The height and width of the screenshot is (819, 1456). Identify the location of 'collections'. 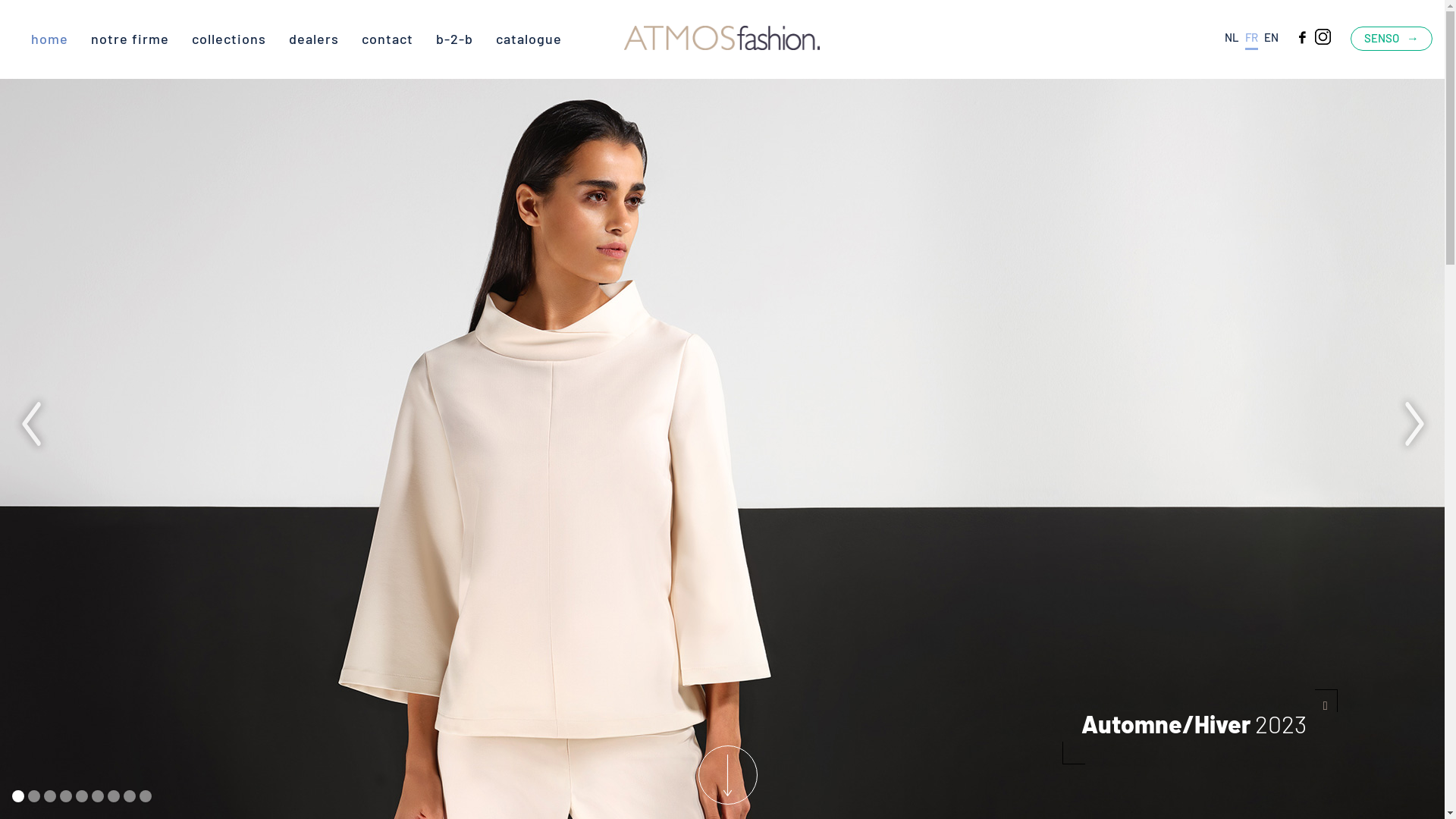
(228, 37).